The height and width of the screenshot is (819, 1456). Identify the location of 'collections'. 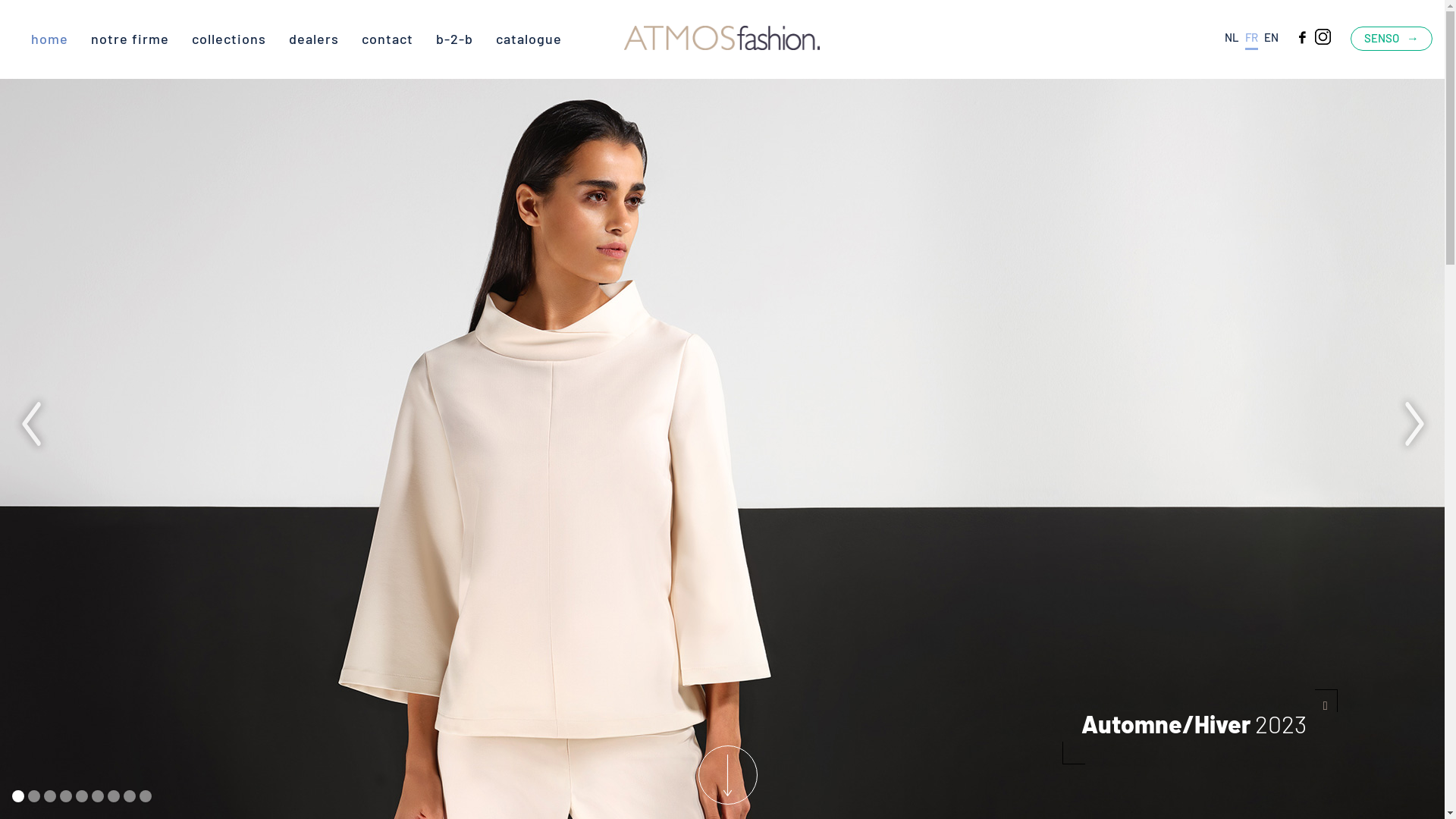
(228, 37).